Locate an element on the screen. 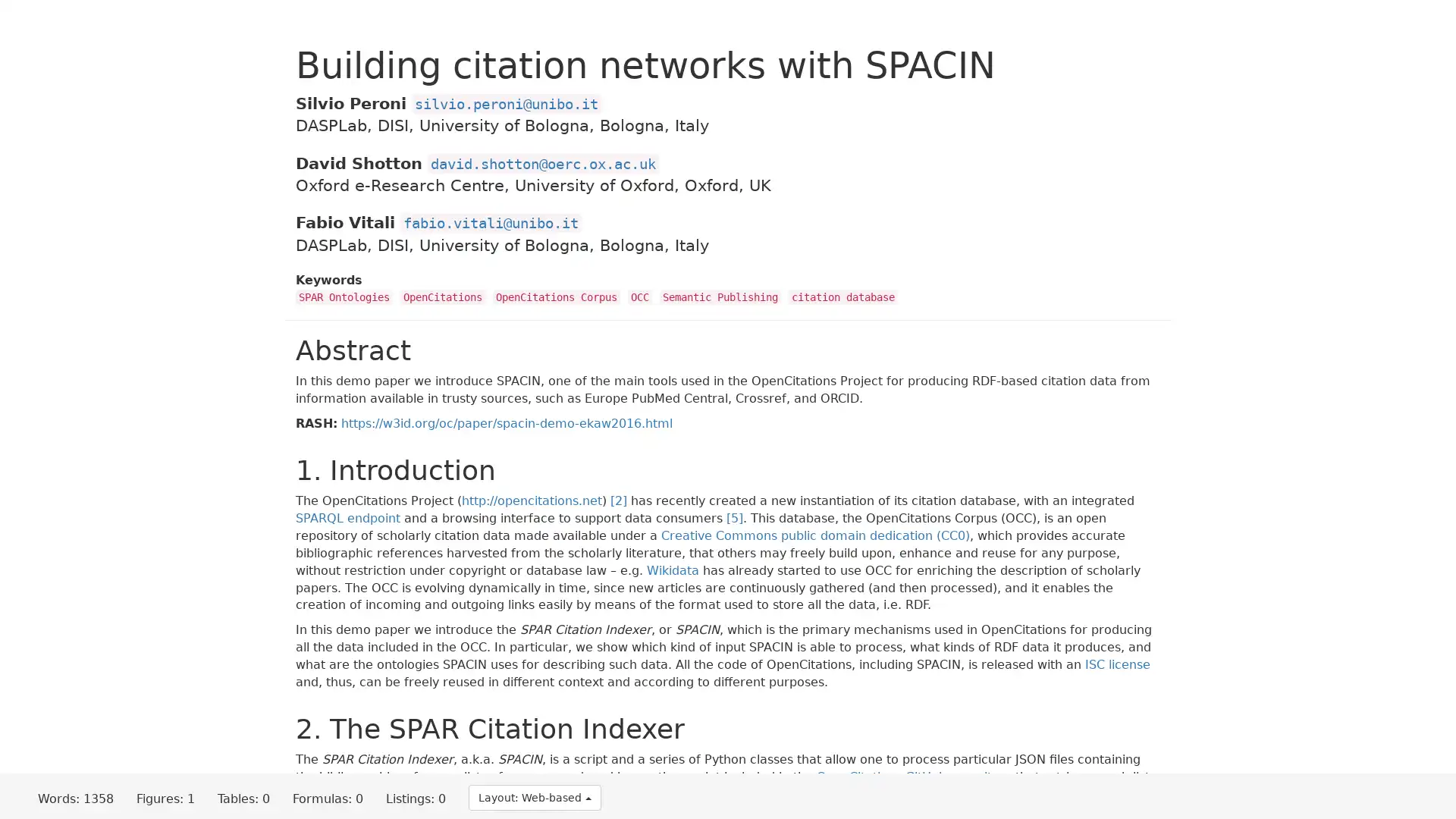  Layout: Web-based is located at coordinates (535, 797).